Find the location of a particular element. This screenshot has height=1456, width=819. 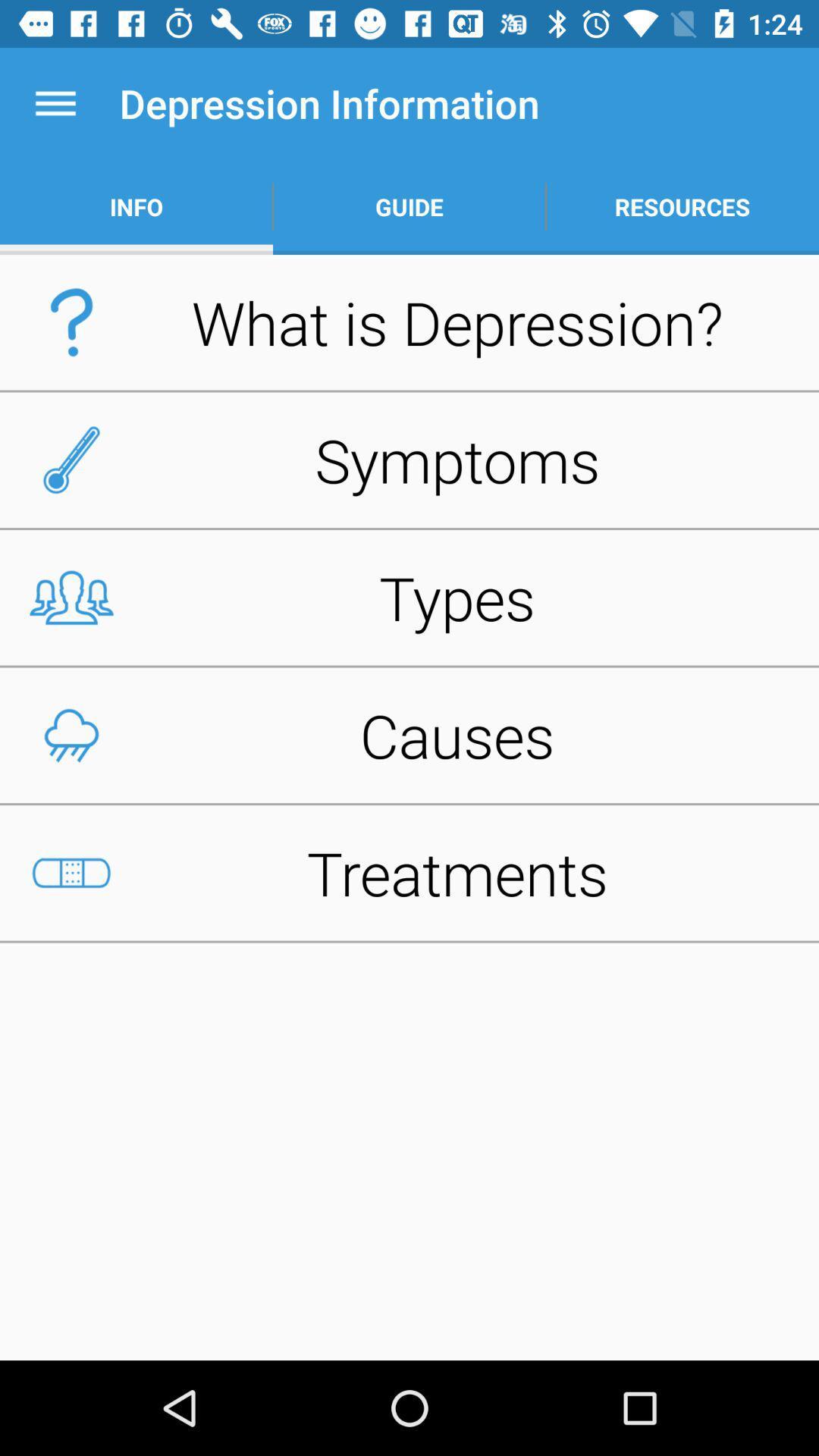

the resources app is located at coordinates (681, 206).